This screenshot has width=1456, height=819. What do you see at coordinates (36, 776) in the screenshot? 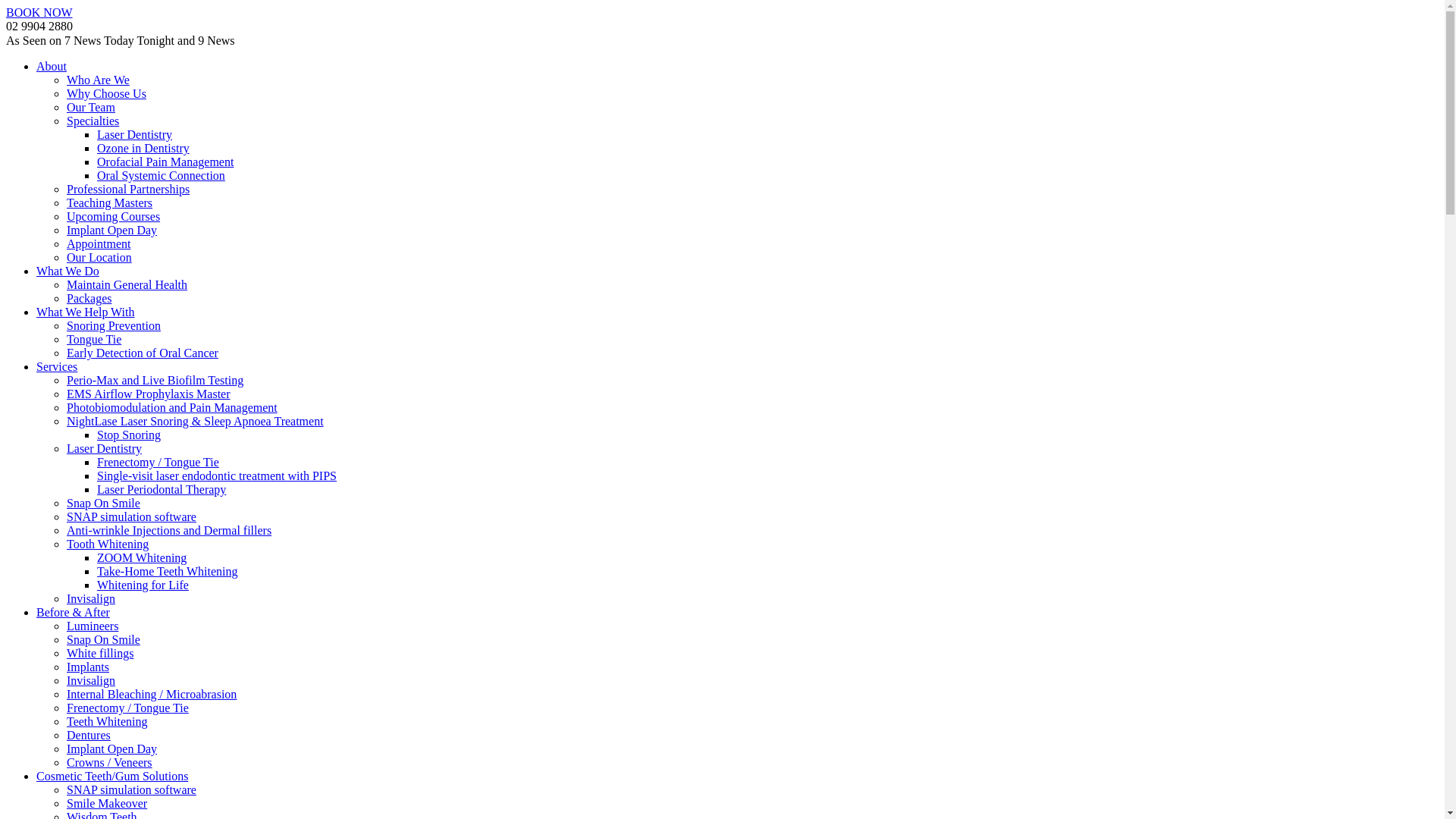
I see `'Cosmetic Teeth/Gum Solutions'` at bounding box center [36, 776].